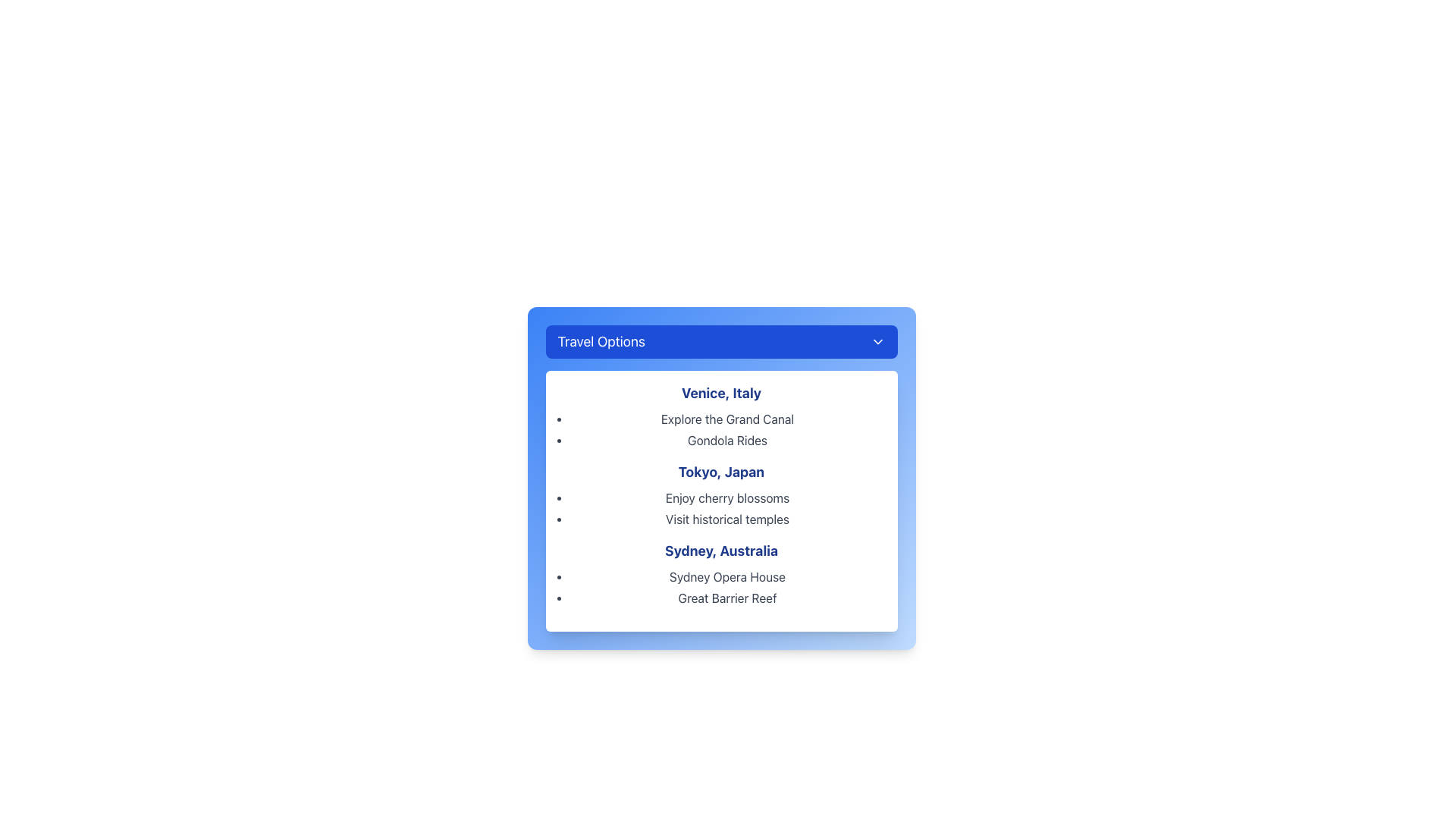 Image resolution: width=1456 pixels, height=819 pixels. What do you see at coordinates (720, 393) in the screenshot?
I see `header text that introduces content related to Venice, Italy, located above the texts 'Explore the Grand Canal' and 'Gondola Rides'` at bounding box center [720, 393].